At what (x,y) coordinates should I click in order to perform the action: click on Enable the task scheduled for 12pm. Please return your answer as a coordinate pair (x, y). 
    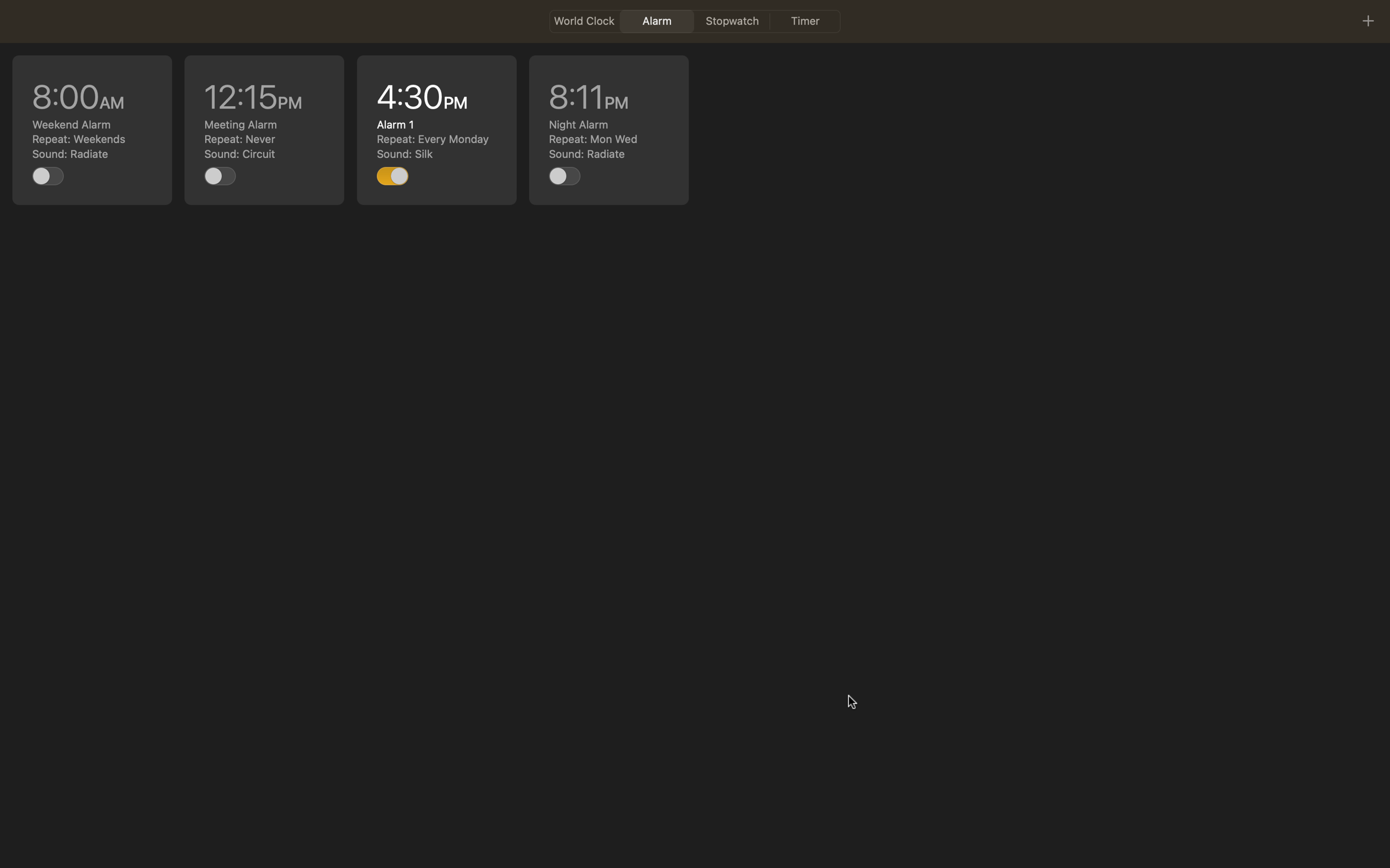
    Looking at the image, I should click on (220, 175).